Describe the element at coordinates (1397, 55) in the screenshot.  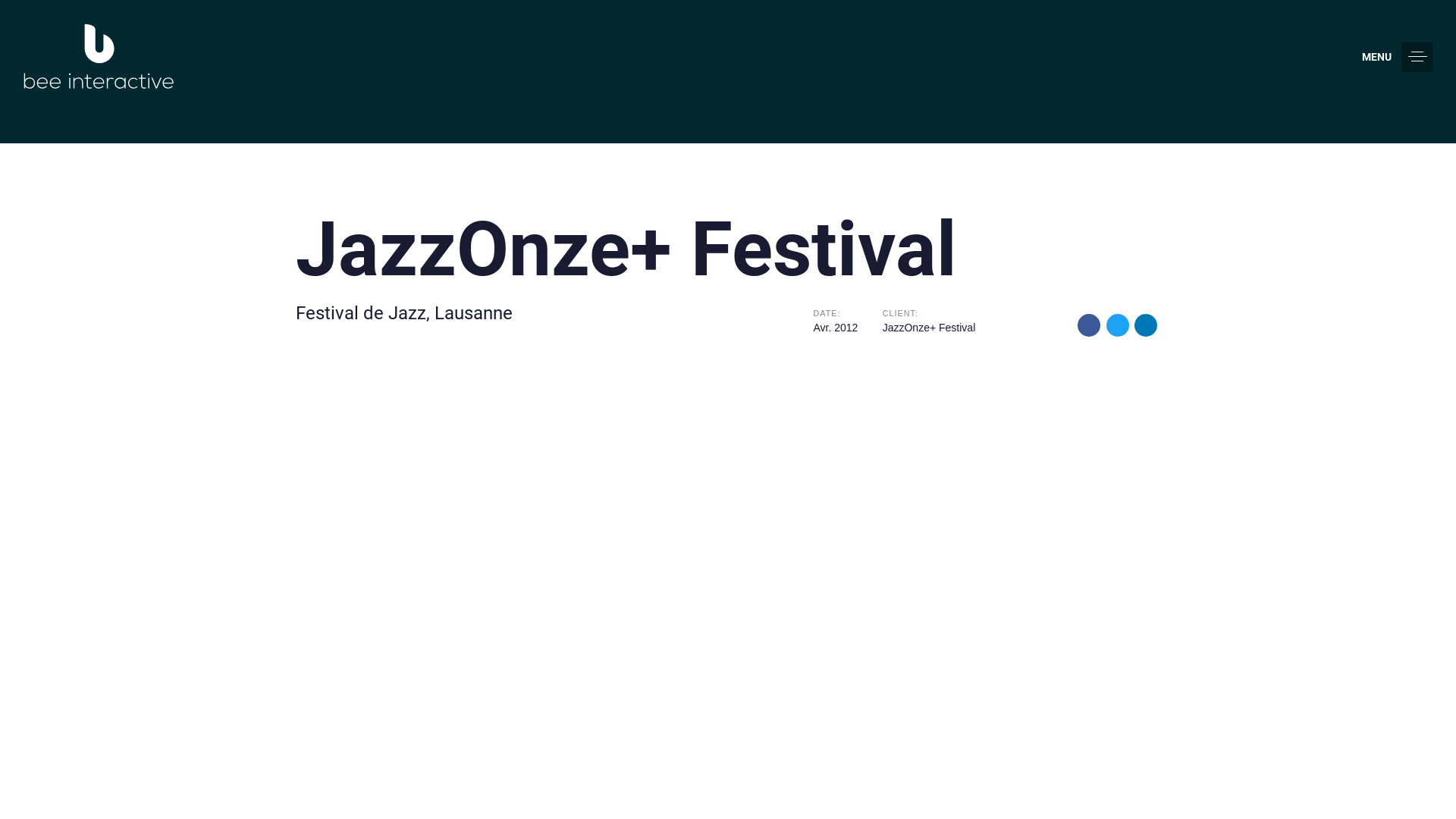
I see `'MENU'` at that location.